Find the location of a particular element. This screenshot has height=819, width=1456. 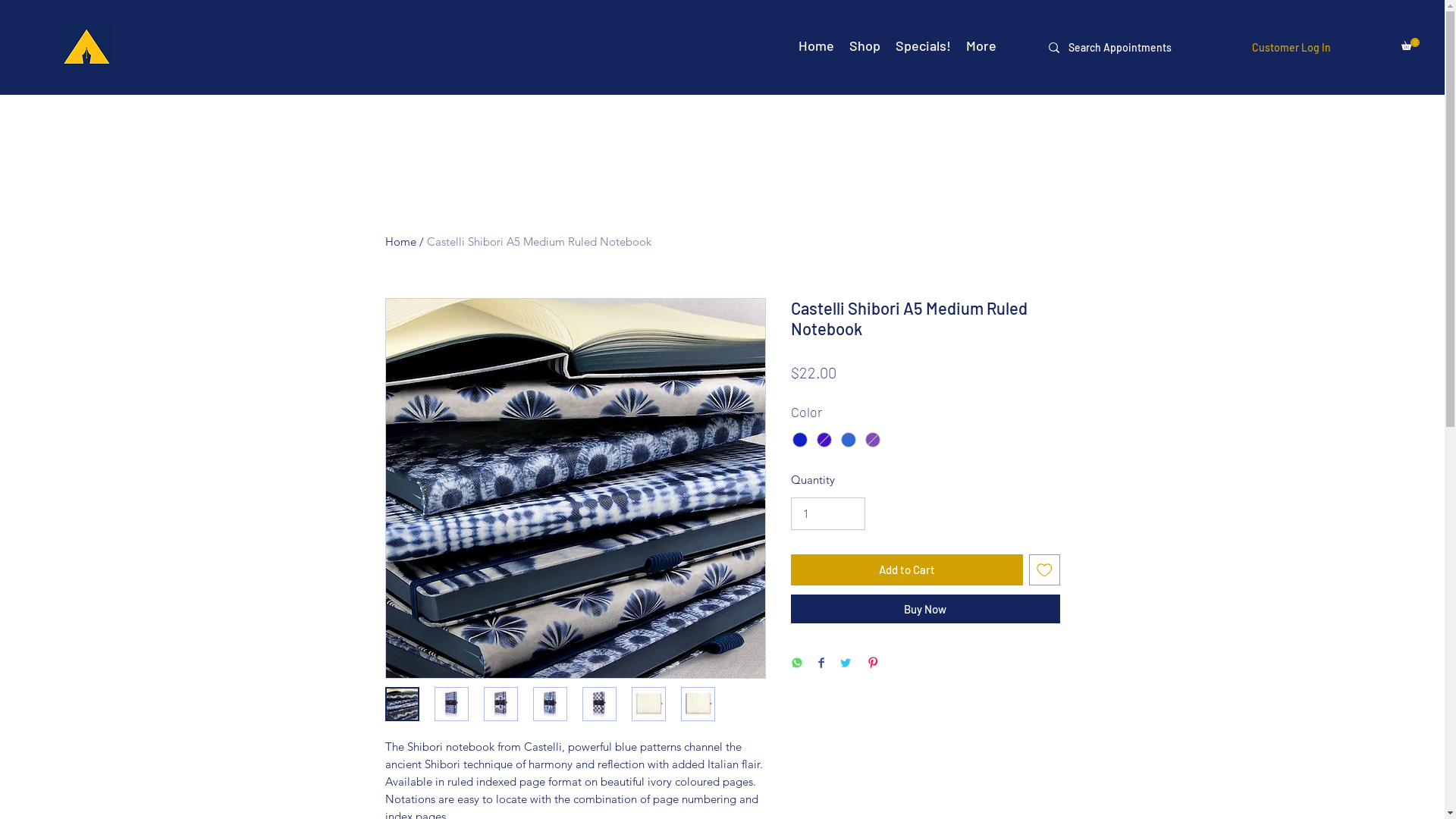

'0' is located at coordinates (1401, 42).